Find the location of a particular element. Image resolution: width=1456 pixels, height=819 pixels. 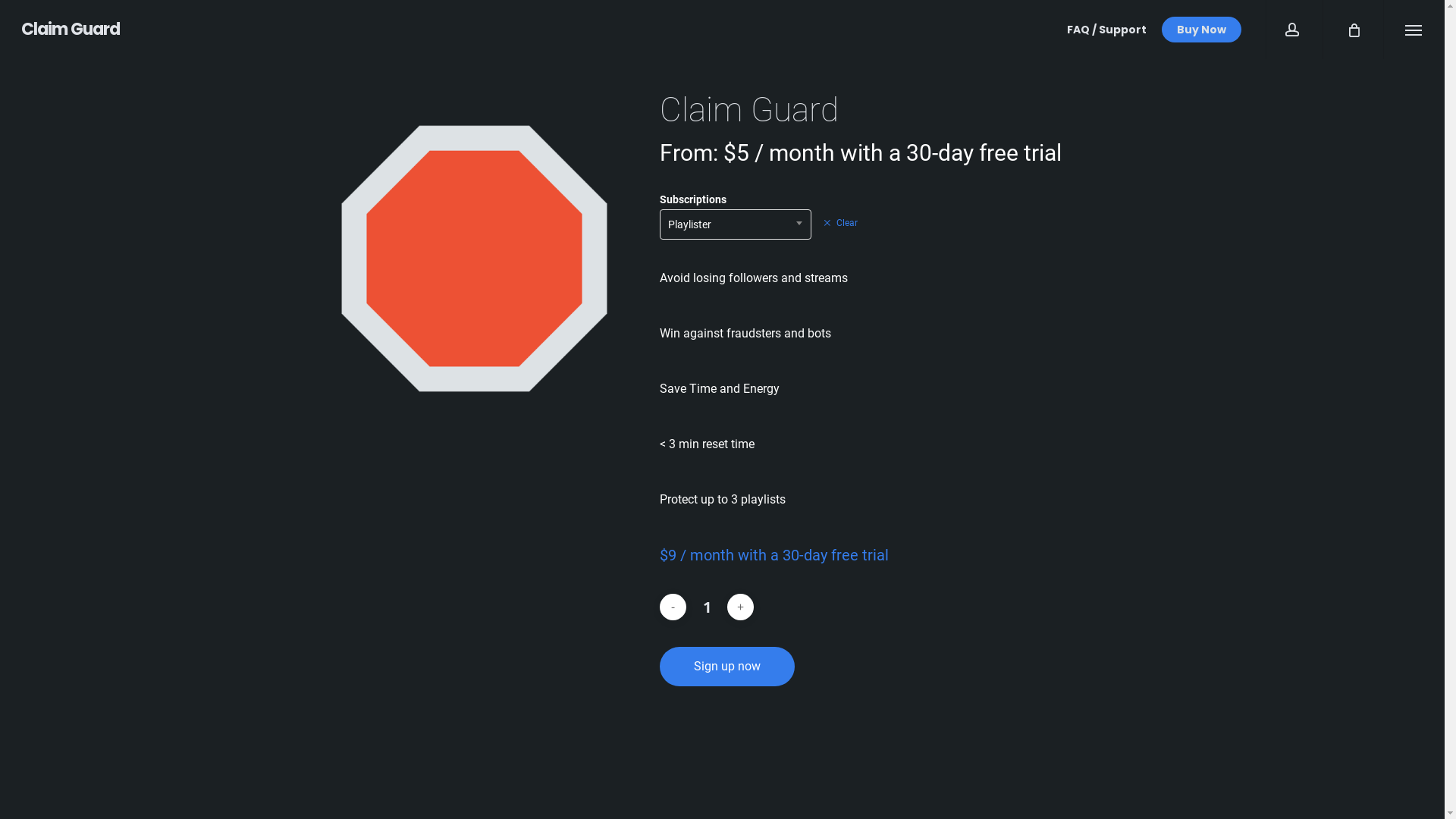

'Claim Guard' is located at coordinates (69, 29).